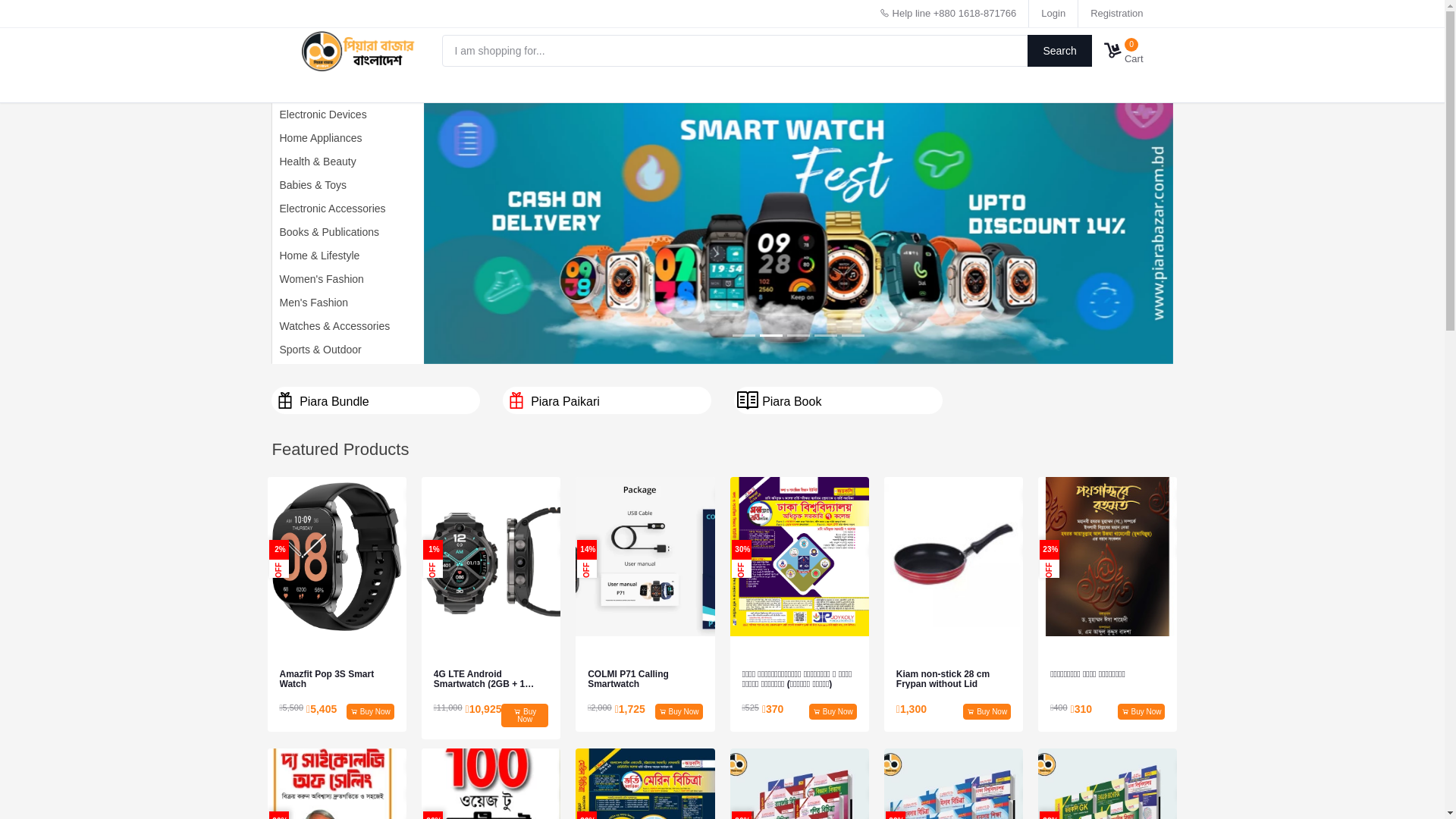 This screenshot has height=819, width=1456. What do you see at coordinates (316, 278) in the screenshot?
I see `'Women's Fashion'` at bounding box center [316, 278].